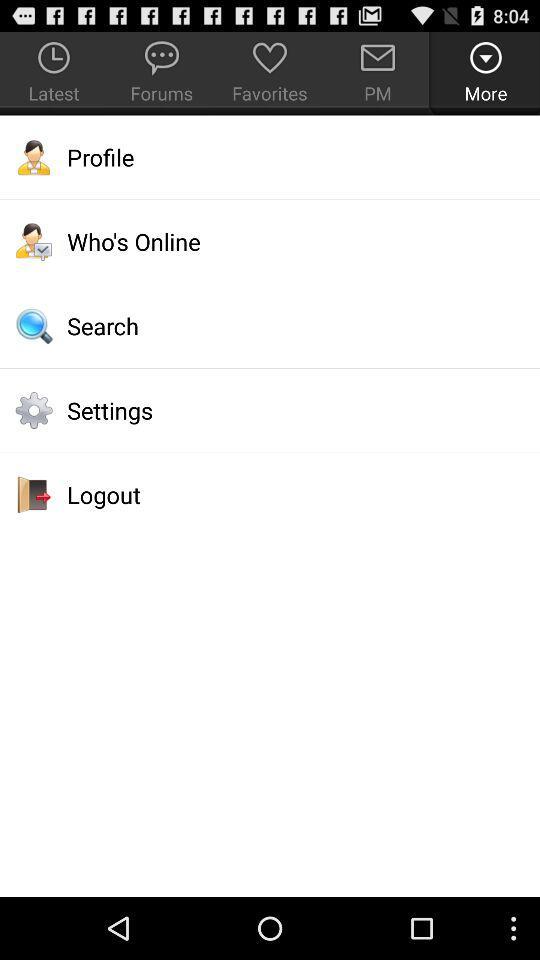  I want to click on item below the   settings item, so click(270, 493).